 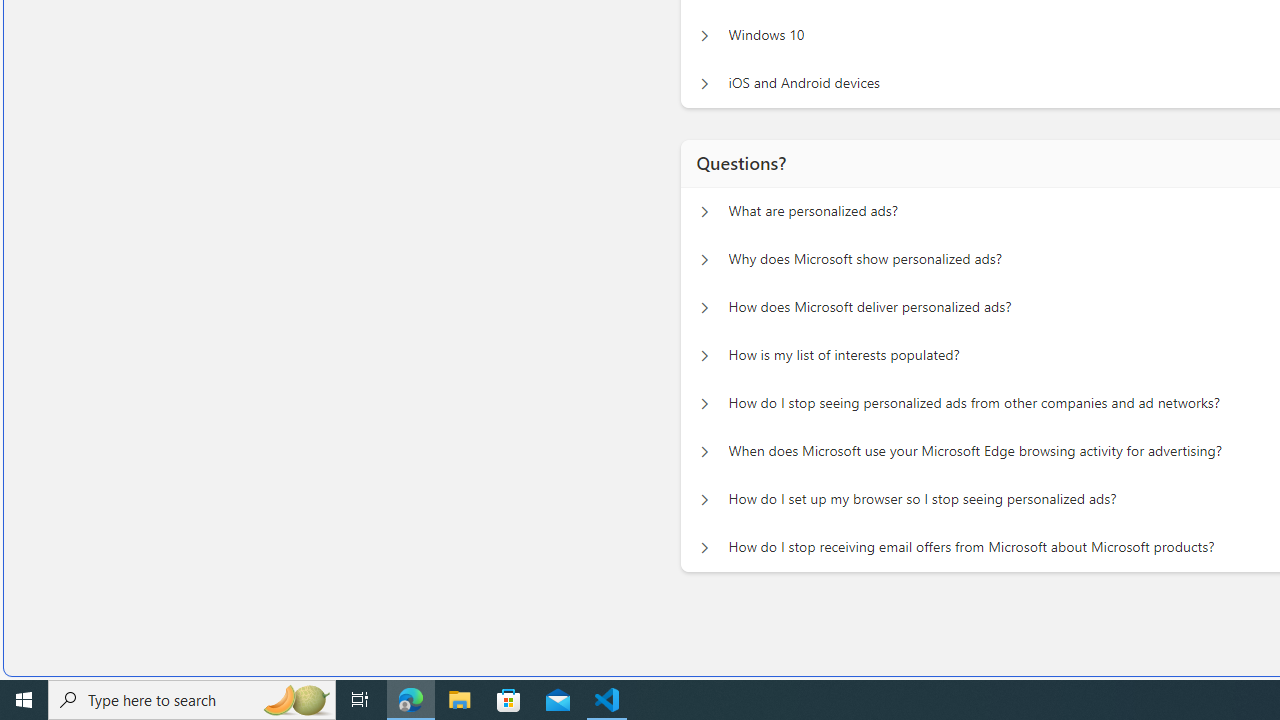 I want to click on 'Questions? What are personalized ads?', so click(x=704, y=206).